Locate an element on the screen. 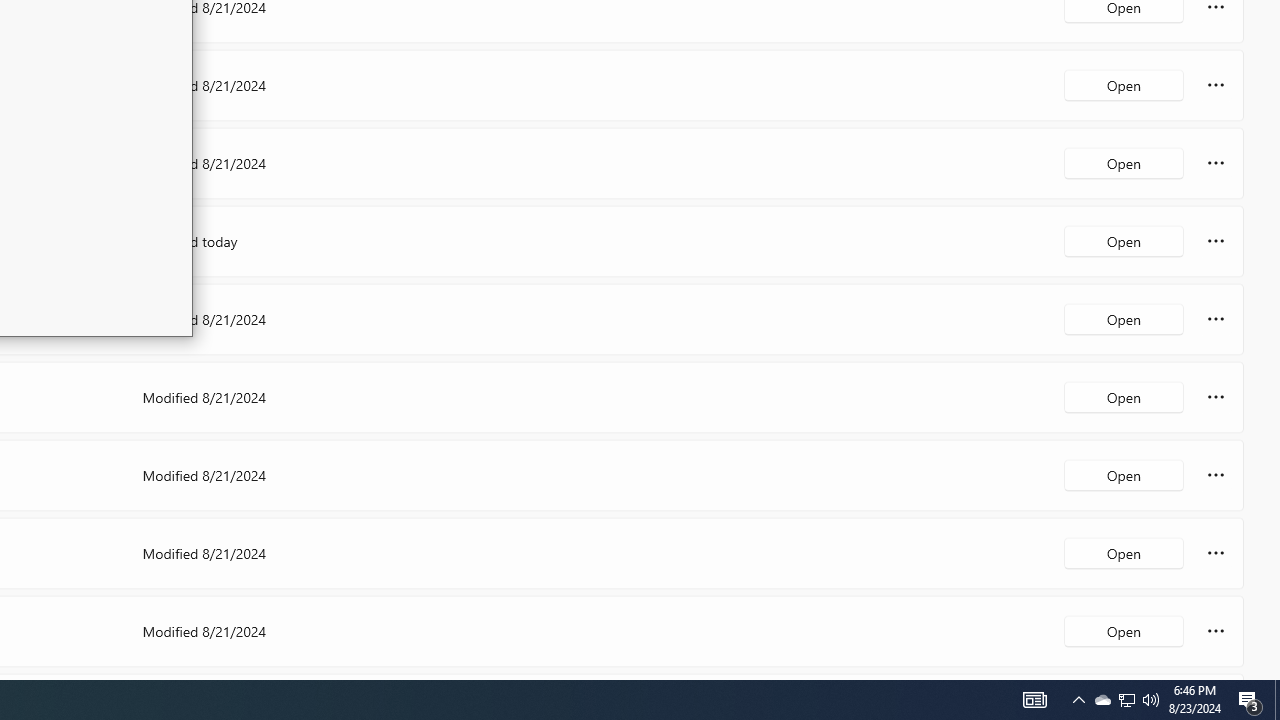 The width and height of the screenshot is (1280, 720). 'User Promoted Notification Area' is located at coordinates (1127, 698).